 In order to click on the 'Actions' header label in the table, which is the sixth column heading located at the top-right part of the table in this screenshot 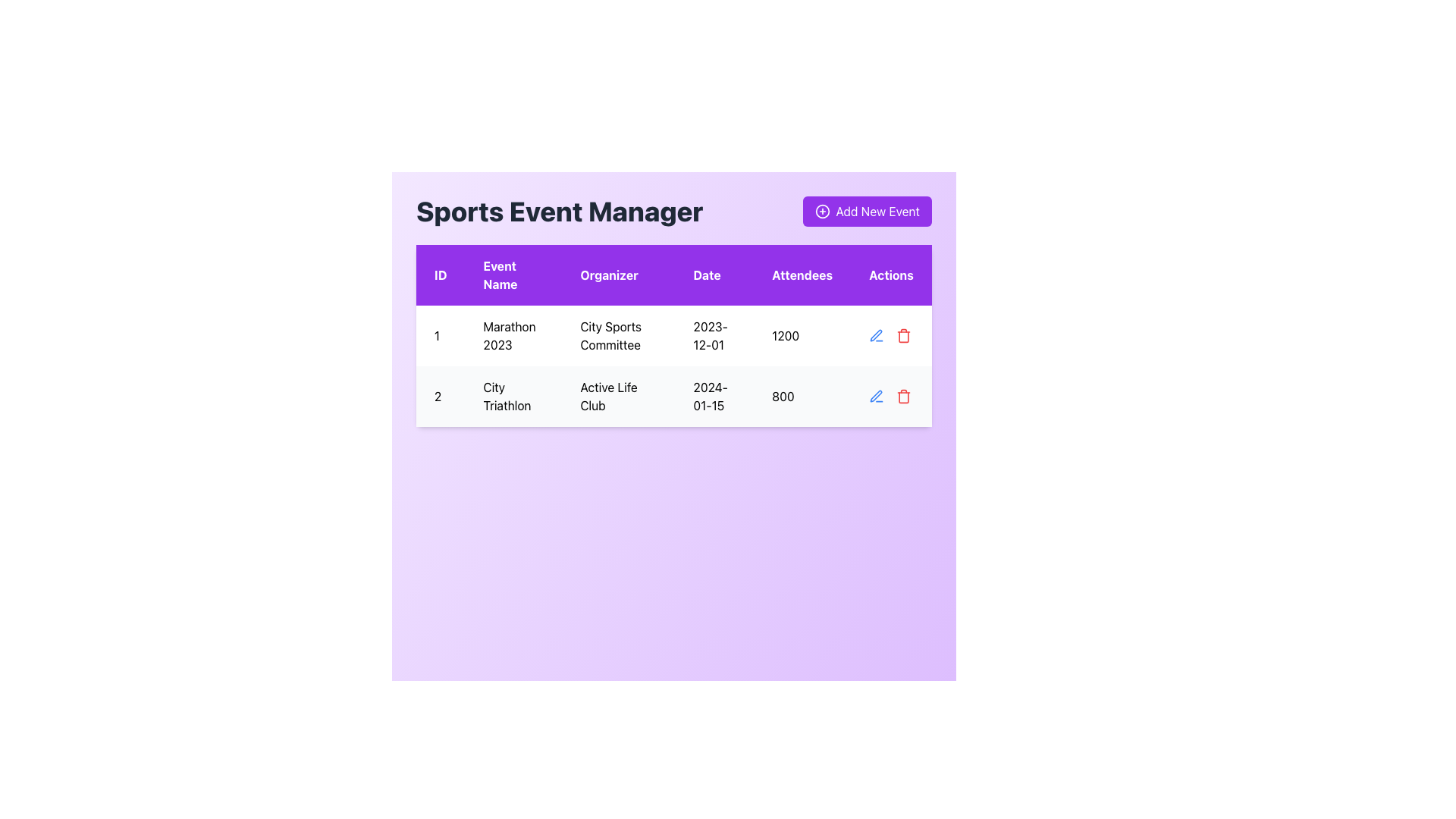, I will do `click(891, 275)`.